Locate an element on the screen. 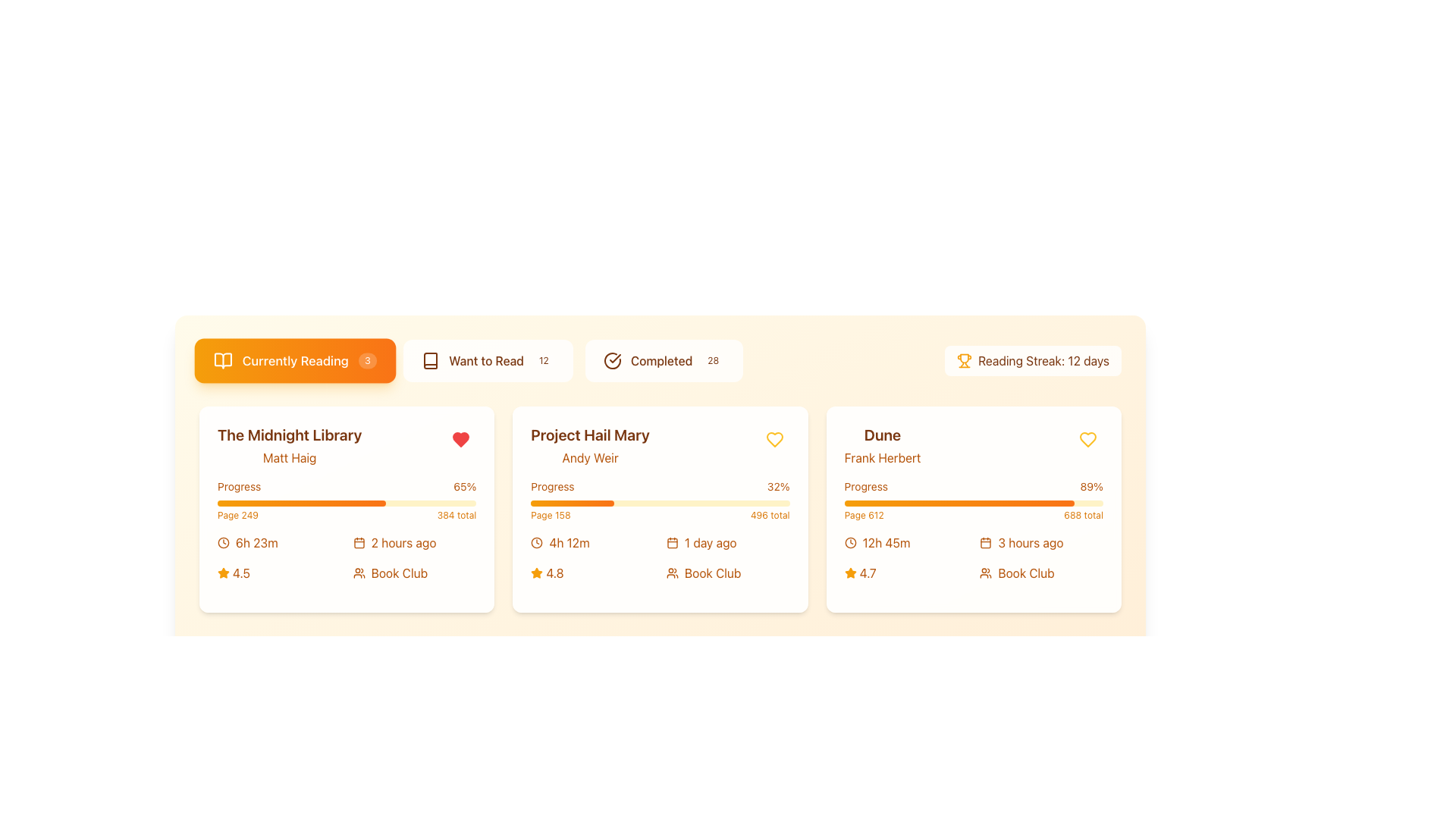 The image size is (1456, 819). the clock icon that visually represents time, located to the left of the '4h 12m' text in the second card of the 'Currently Reading' section is located at coordinates (537, 542).